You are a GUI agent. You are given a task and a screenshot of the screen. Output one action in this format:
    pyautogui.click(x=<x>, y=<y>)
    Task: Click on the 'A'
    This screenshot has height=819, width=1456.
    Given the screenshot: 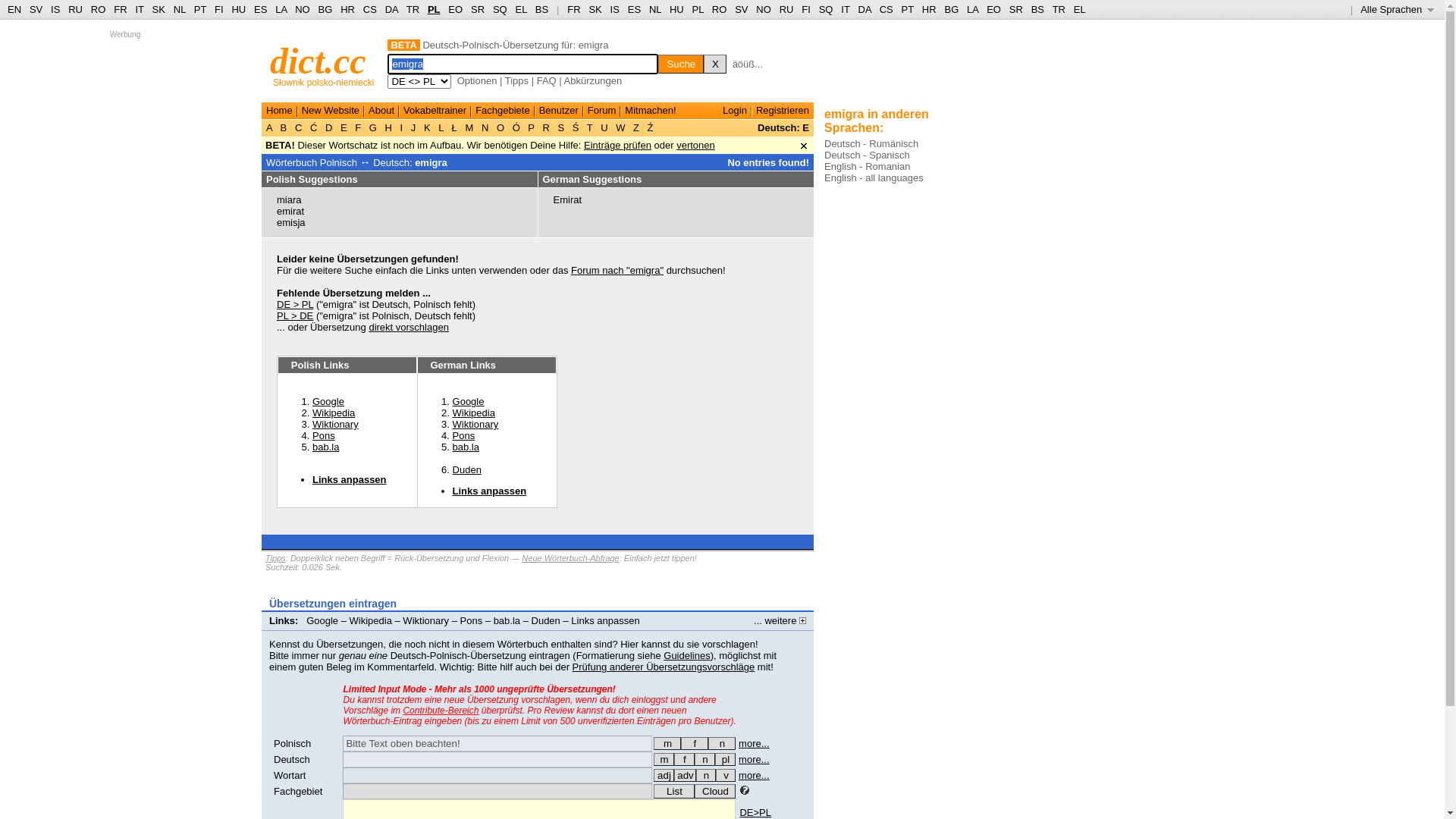 What is the action you would take?
    pyautogui.click(x=270, y=127)
    